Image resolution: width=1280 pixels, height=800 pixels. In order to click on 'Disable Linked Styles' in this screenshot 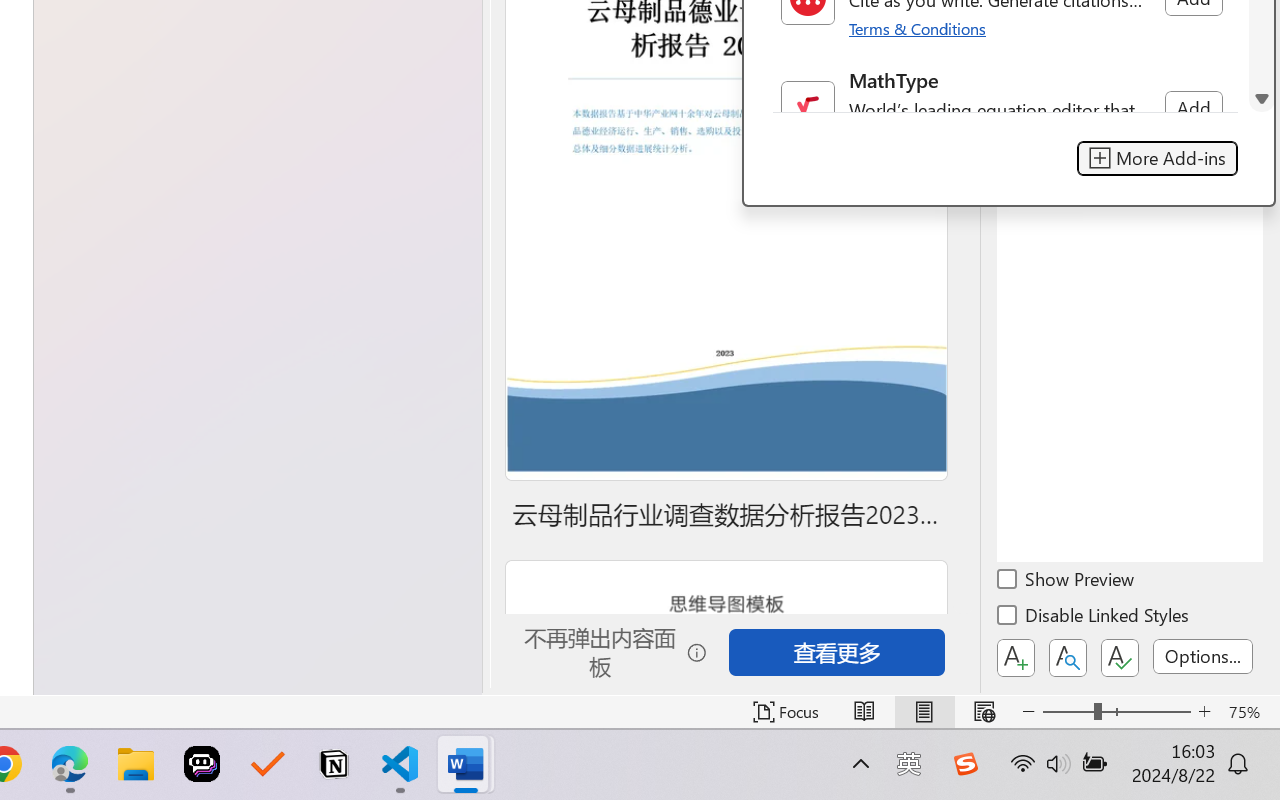, I will do `click(1094, 618)`.